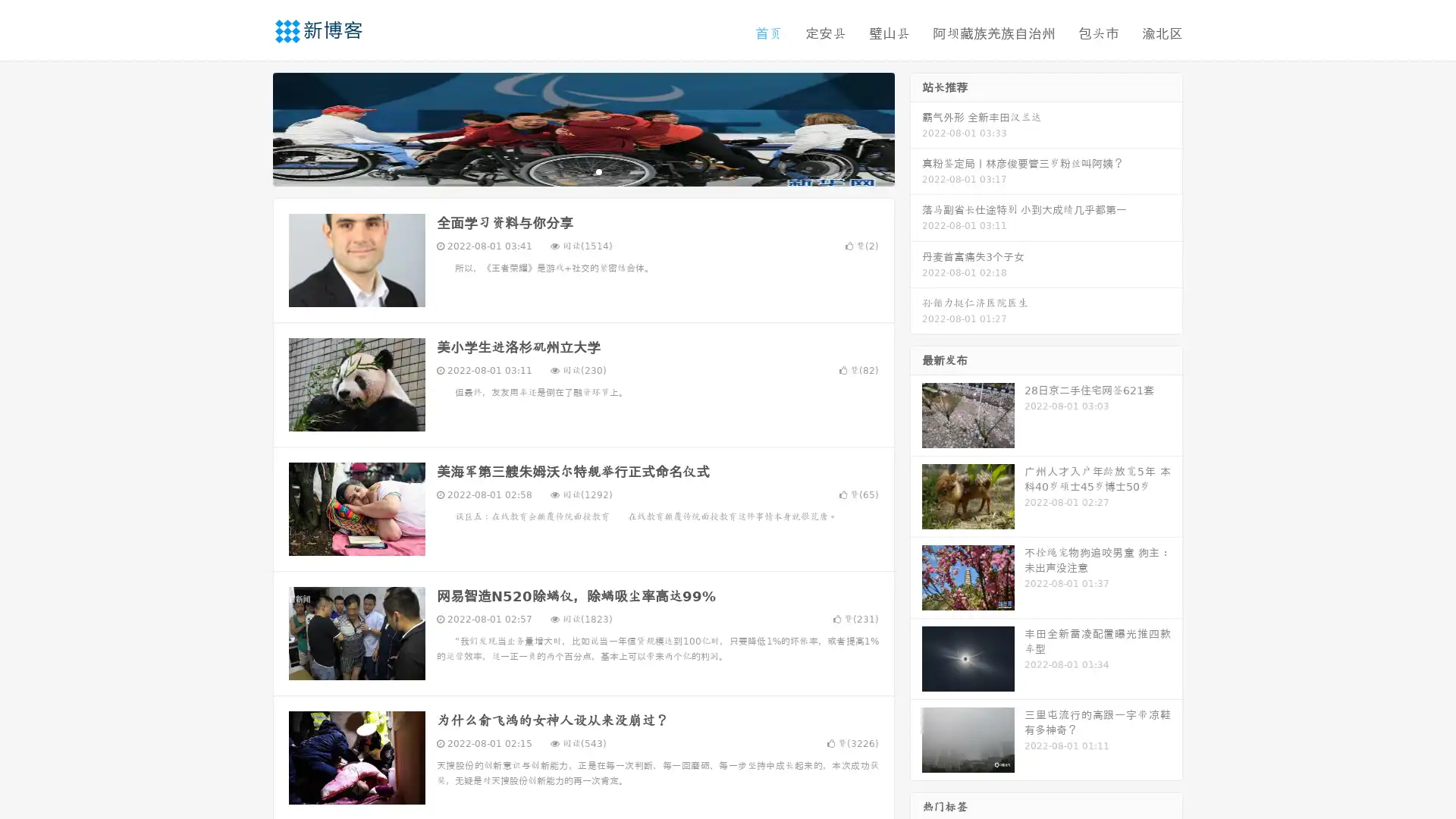 This screenshot has height=819, width=1456. What do you see at coordinates (582, 171) in the screenshot?
I see `Go to slide 2` at bounding box center [582, 171].